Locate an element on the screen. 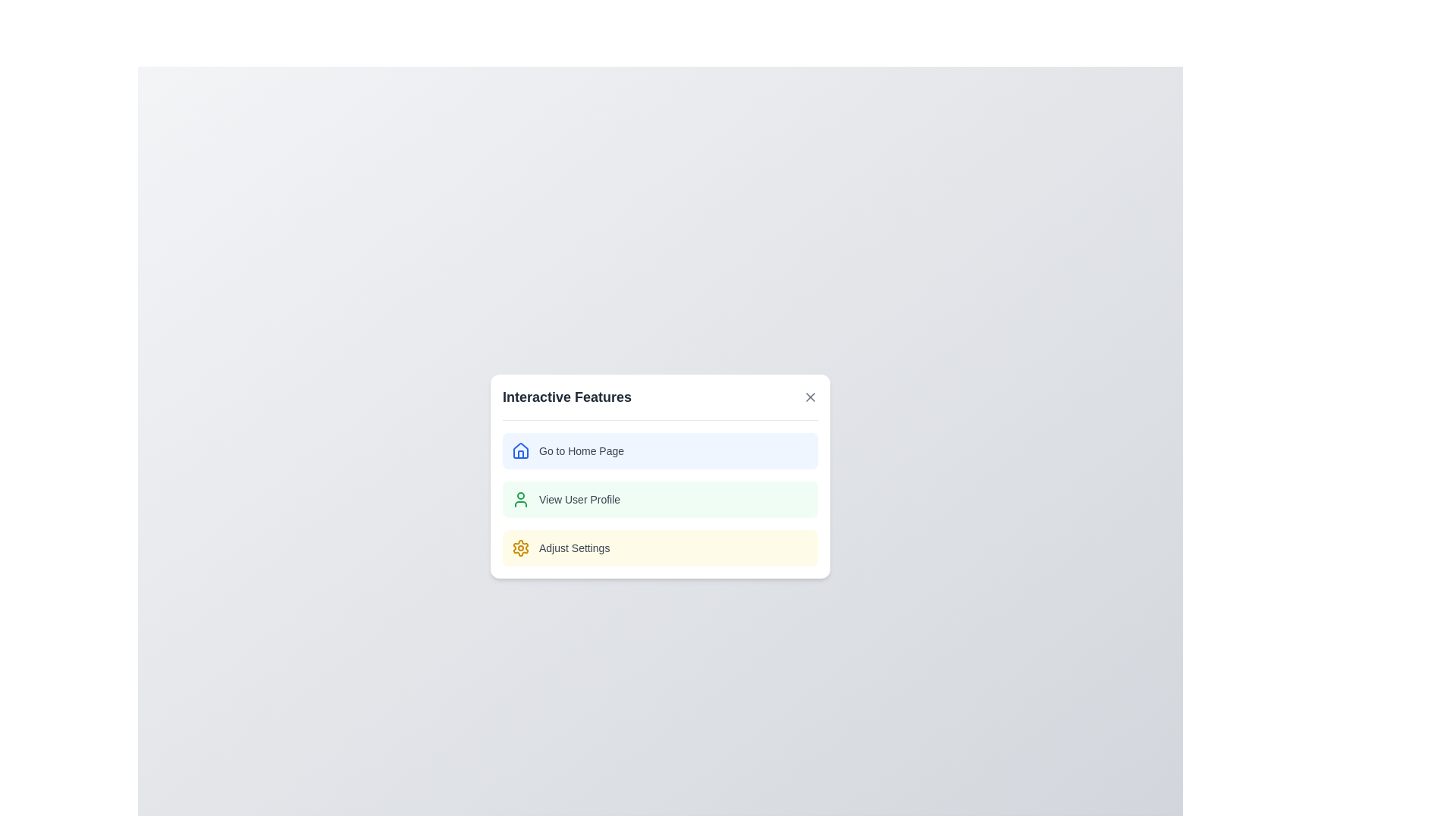 Image resolution: width=1456 pixels, height=819 pixels. the text label displaying 'View User Profile' located next to the user silhouette icon within the 'Interactive Features' selection box is located at coordinates (579, 499).